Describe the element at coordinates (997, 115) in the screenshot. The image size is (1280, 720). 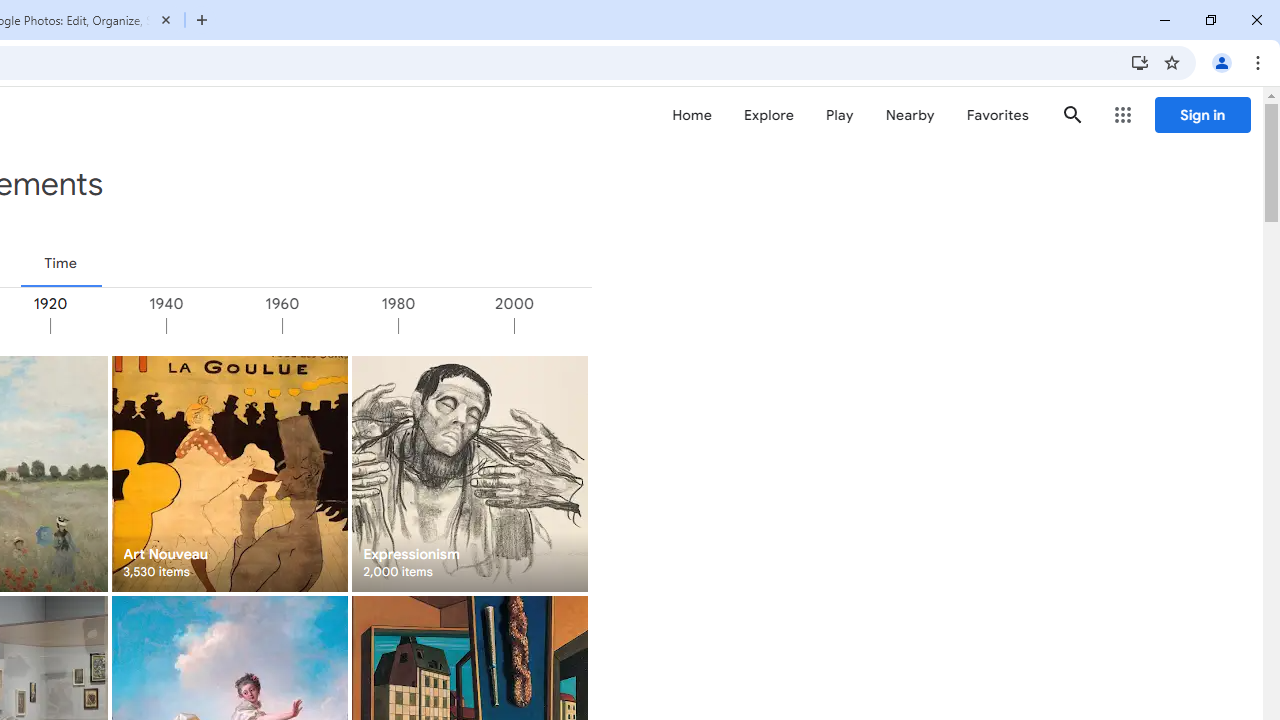
I see `'Favorites'` at that location.